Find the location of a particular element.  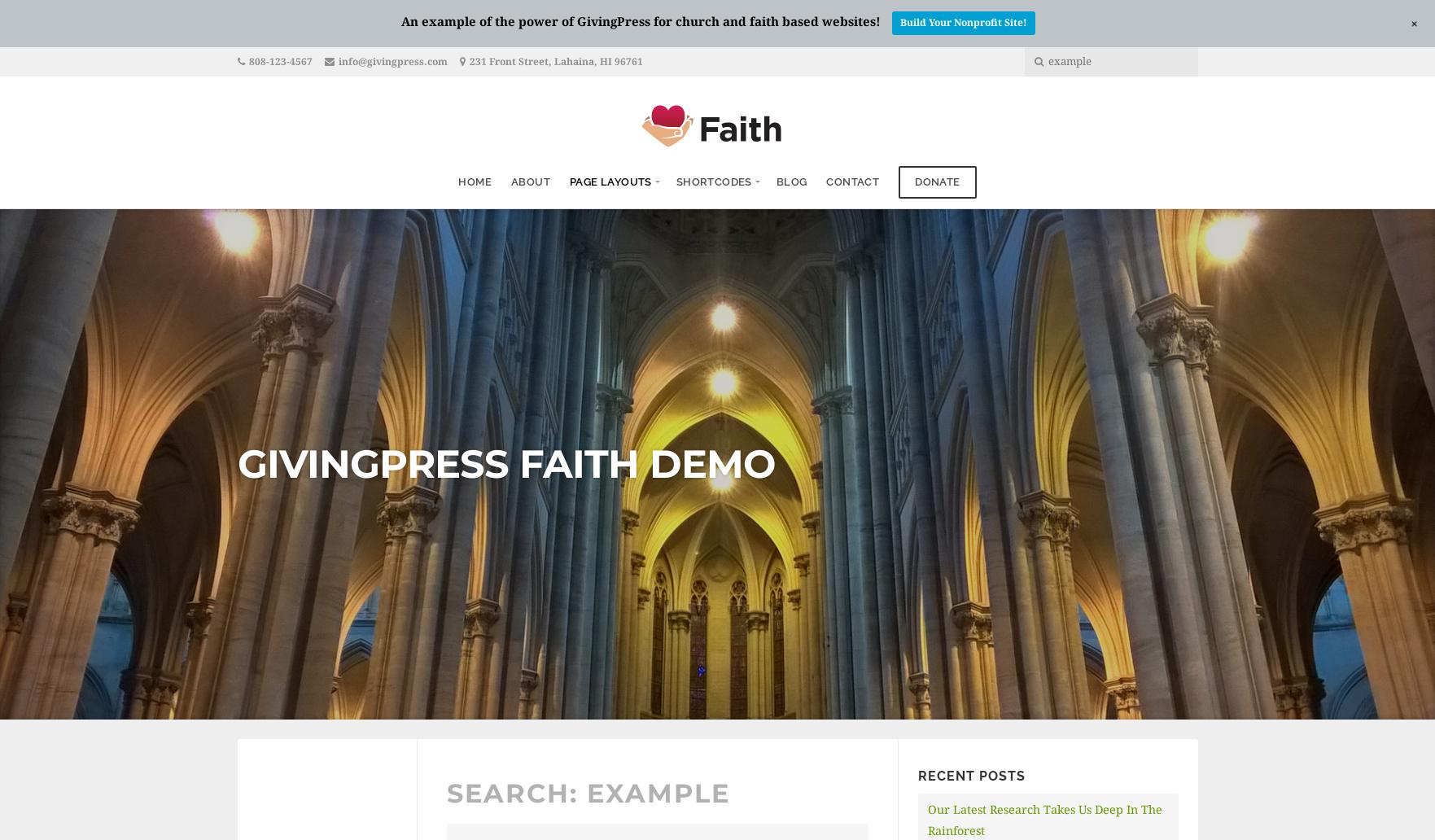

'Search: example' is located at coordinates (587, 791).